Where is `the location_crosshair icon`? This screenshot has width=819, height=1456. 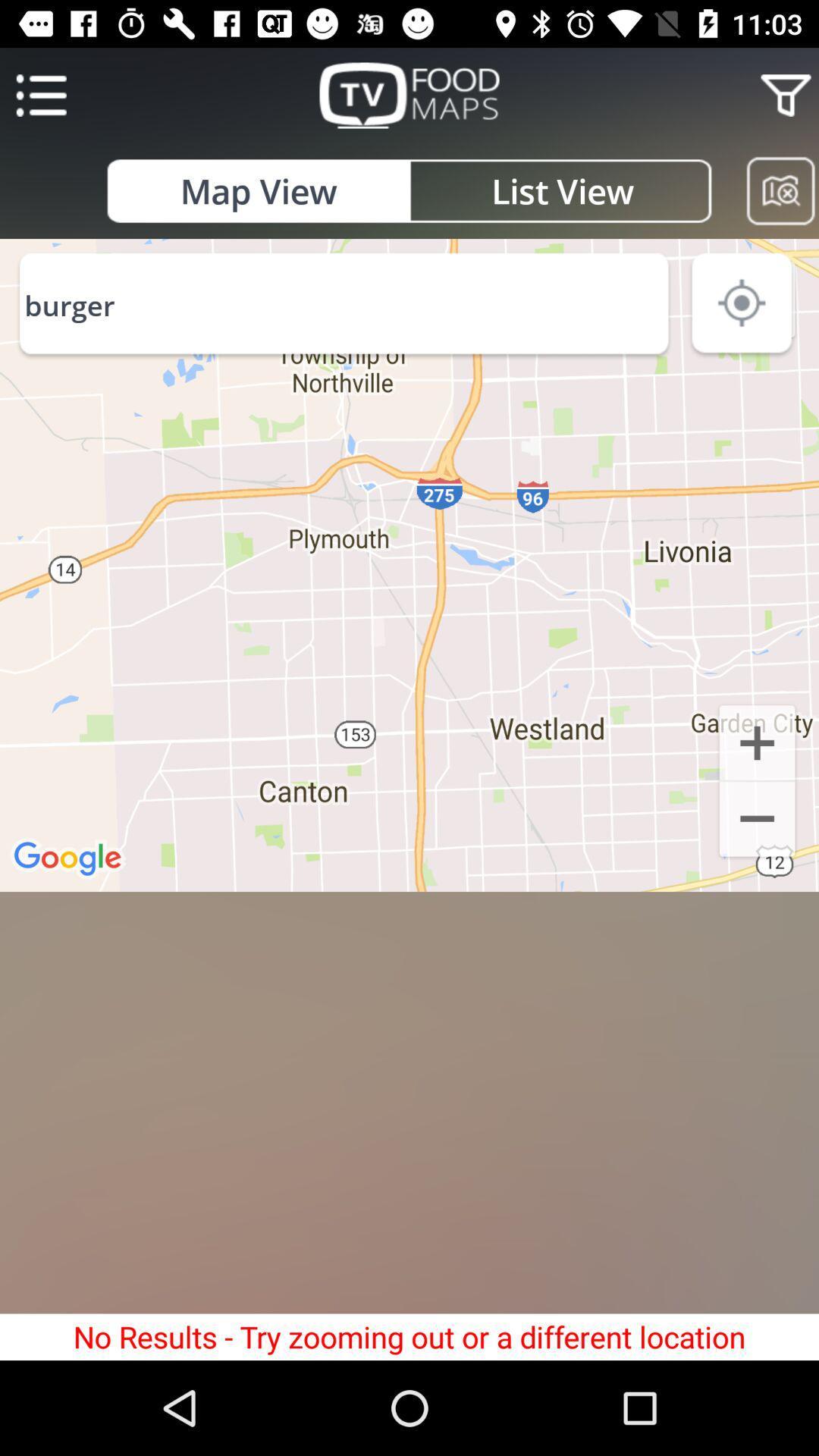
the location_crosshair icon is located at coordinates (757, 300).